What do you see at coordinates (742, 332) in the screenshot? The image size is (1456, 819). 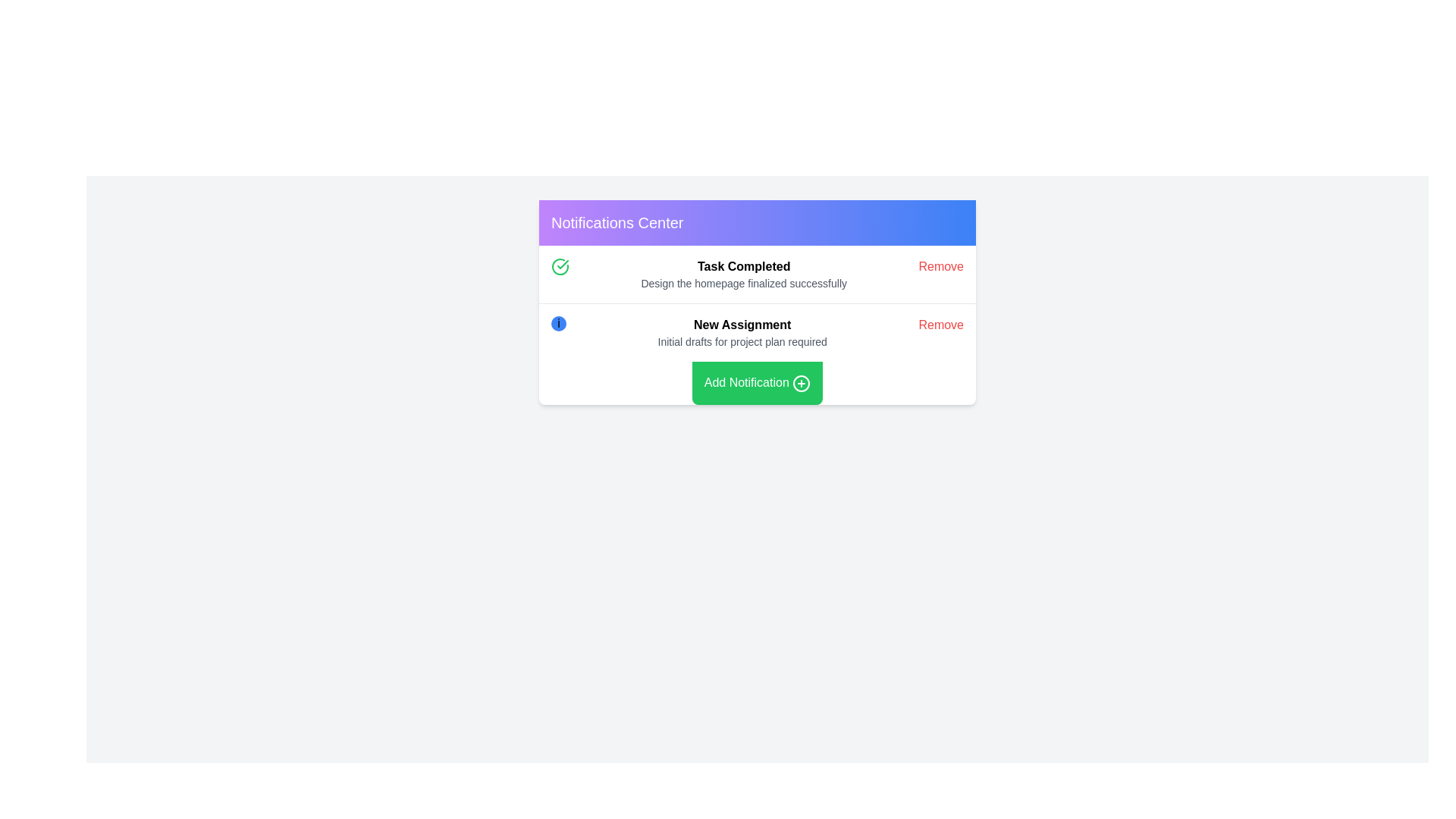 I see `text content of the second notification in the 'Notifications Center' panel, which displays a message about an upcoming task or event` at bounding box center [742, 332].